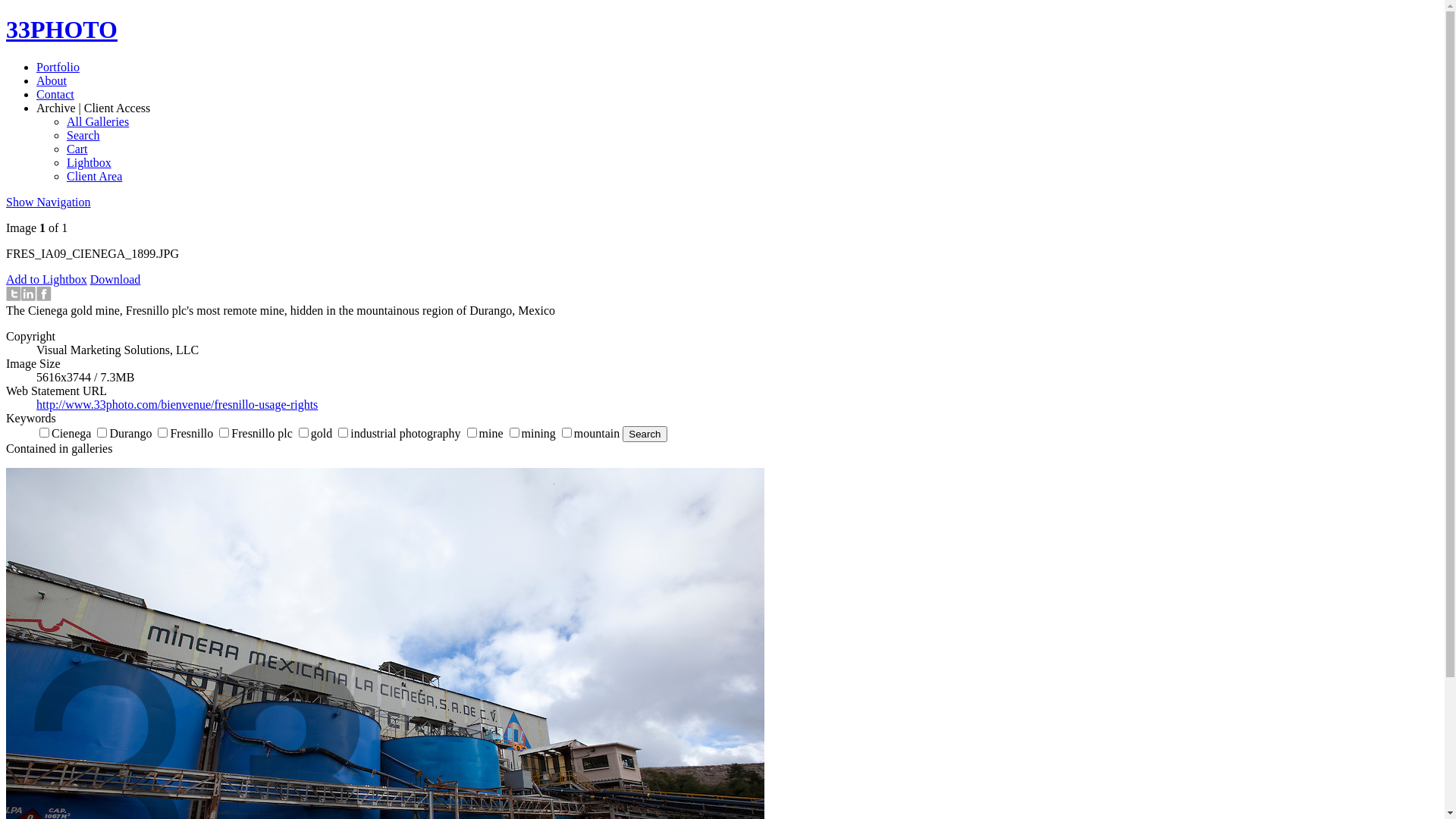  I want to click on 'Show Navigation', so click(48, 201).